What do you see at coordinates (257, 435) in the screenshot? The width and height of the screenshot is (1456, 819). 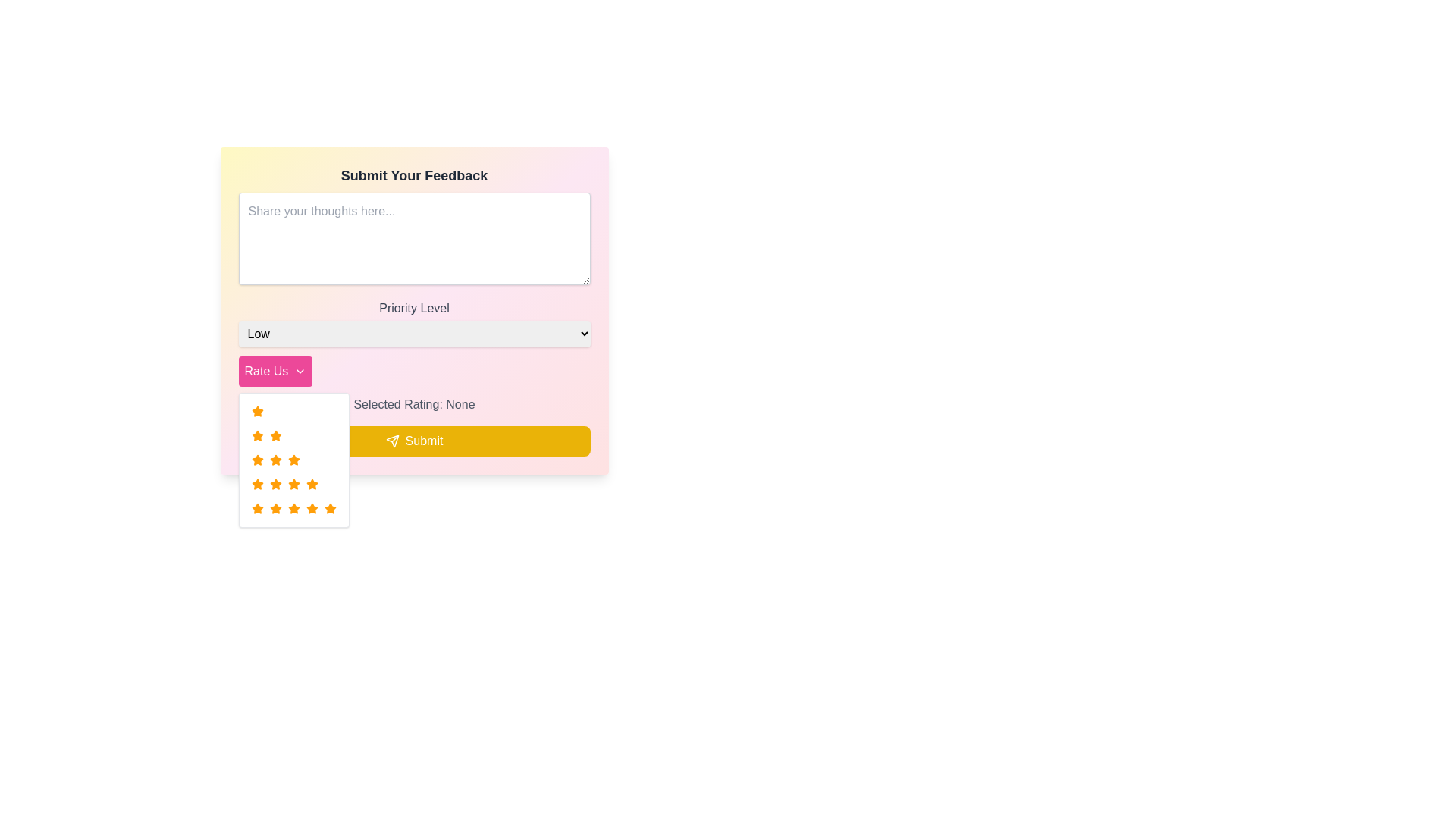 I see `the star icon in the first row and first column of the star rating grid` at bounding box center [257, 435].